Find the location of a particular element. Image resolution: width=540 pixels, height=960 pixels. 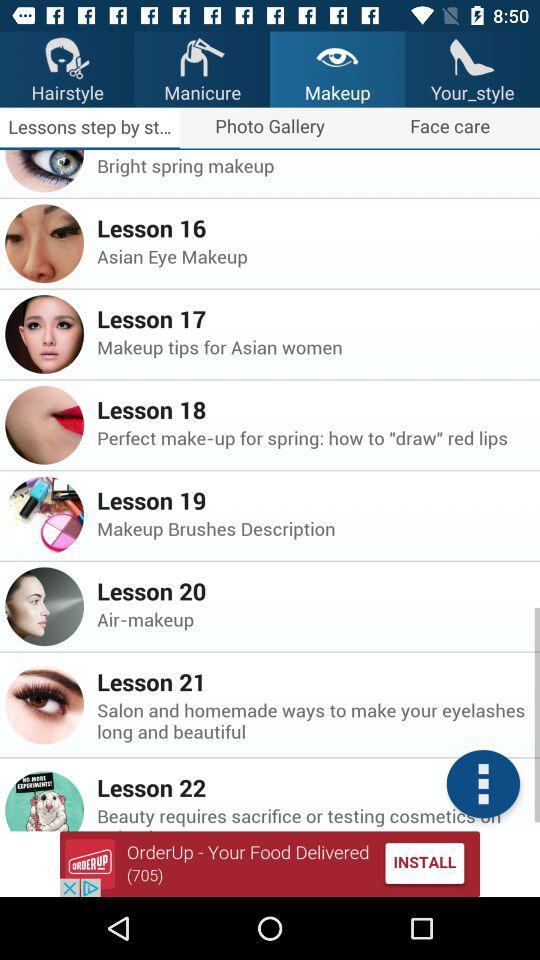

gallery tool boy is located at coordinates (482, 784).